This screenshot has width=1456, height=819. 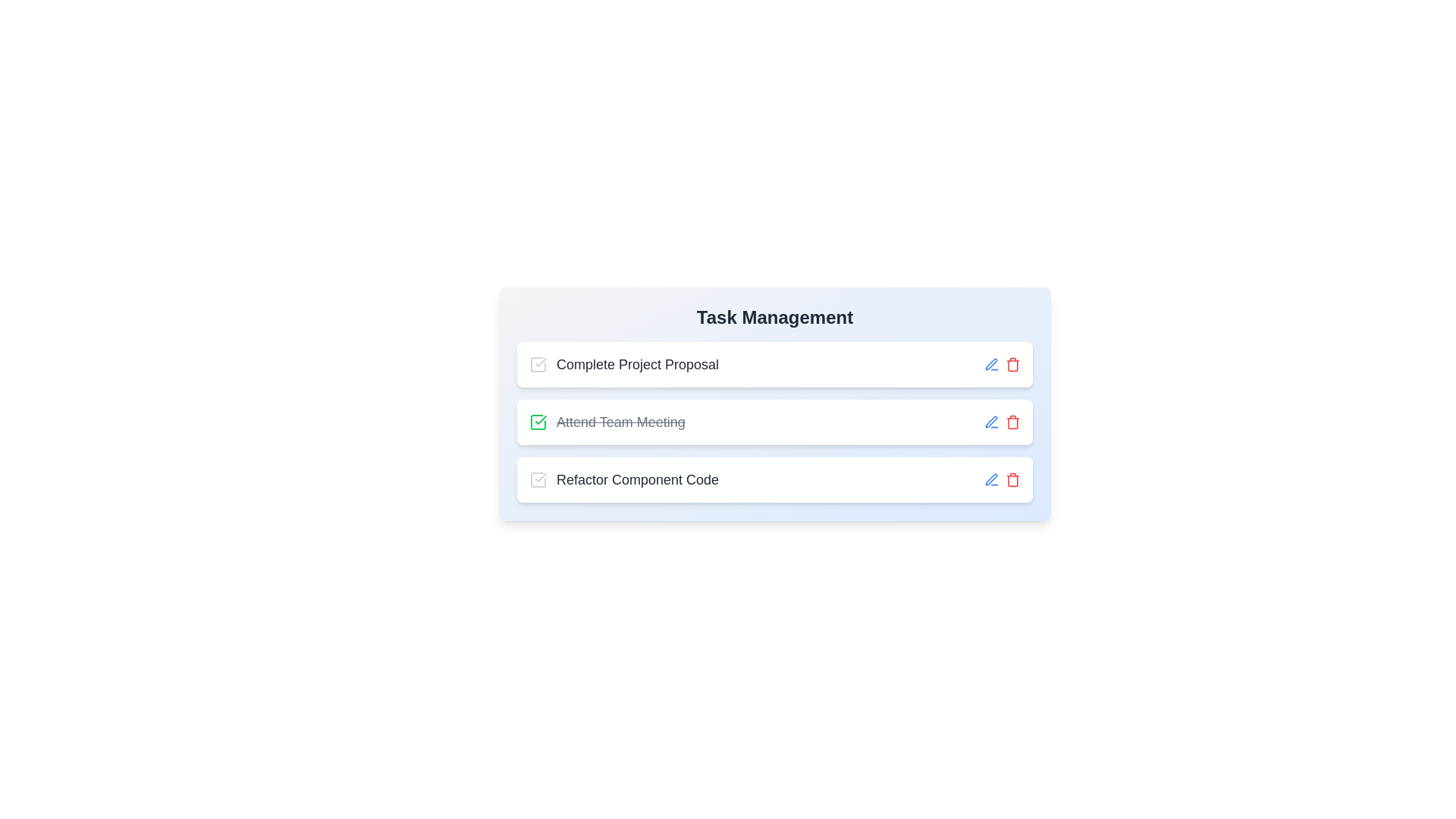 I want to click on the right button of the composite UI component in the bottom-right corner of the 'Refactor Component Code' card, so click(x=1002, y=479).